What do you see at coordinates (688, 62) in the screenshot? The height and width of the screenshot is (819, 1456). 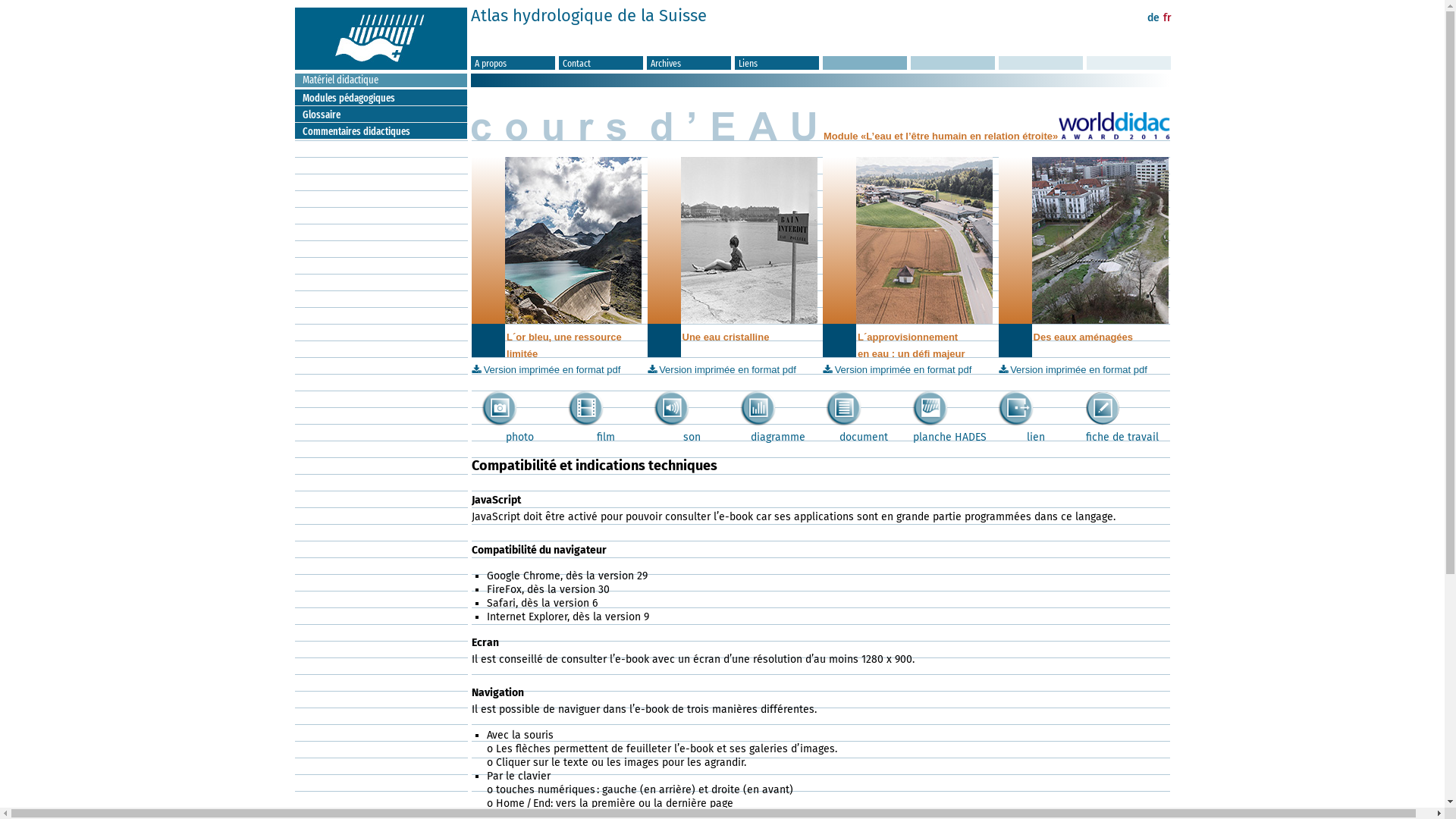 I see `'Archives'` at bounding box center [688, 62].